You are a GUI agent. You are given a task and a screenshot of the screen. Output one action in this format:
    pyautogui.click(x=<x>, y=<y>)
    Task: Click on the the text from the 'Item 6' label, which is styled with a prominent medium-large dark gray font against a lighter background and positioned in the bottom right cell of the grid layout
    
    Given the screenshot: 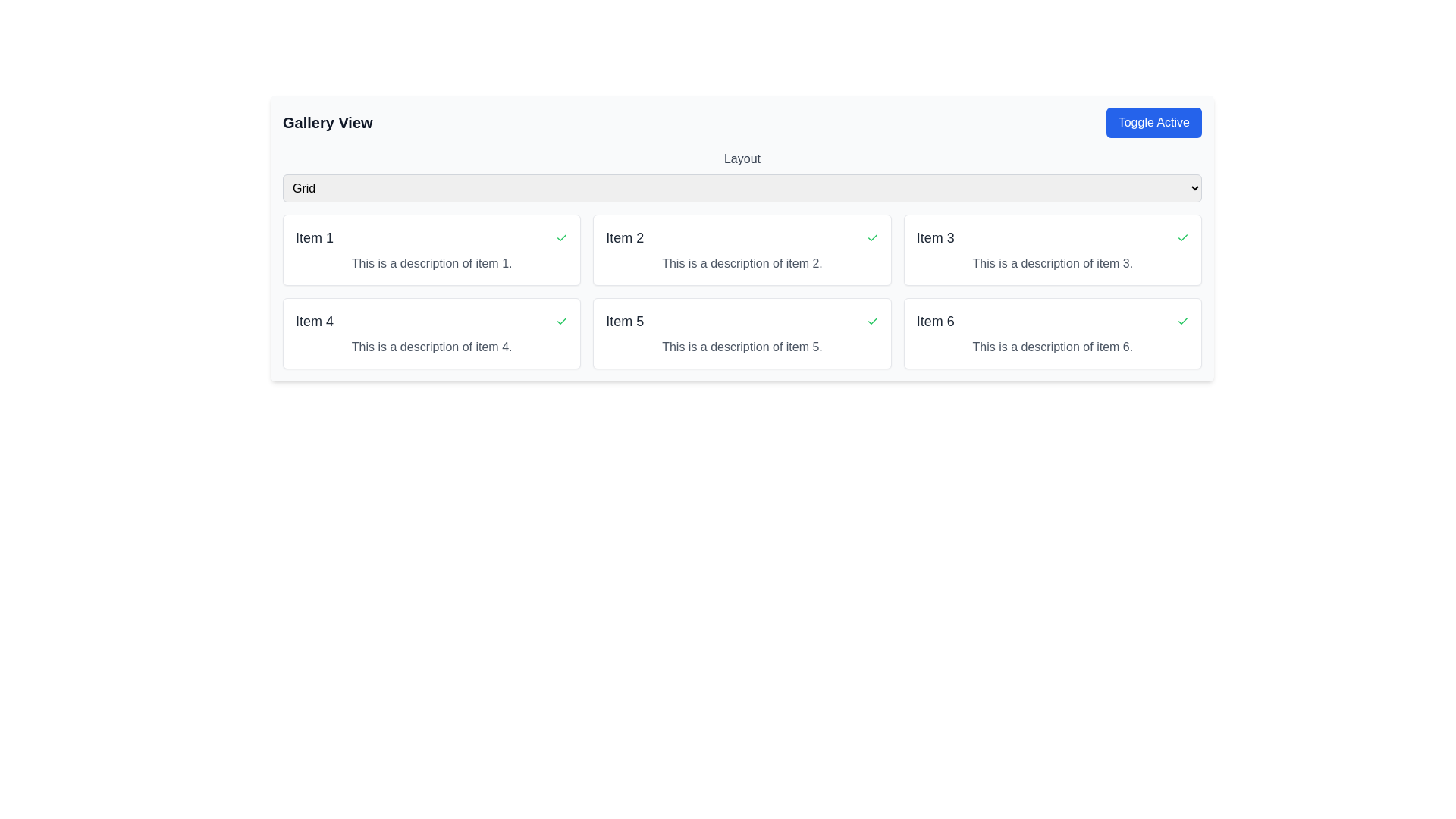 What is the action you would take?
    pyautogui.click(x=934, y=321)
    